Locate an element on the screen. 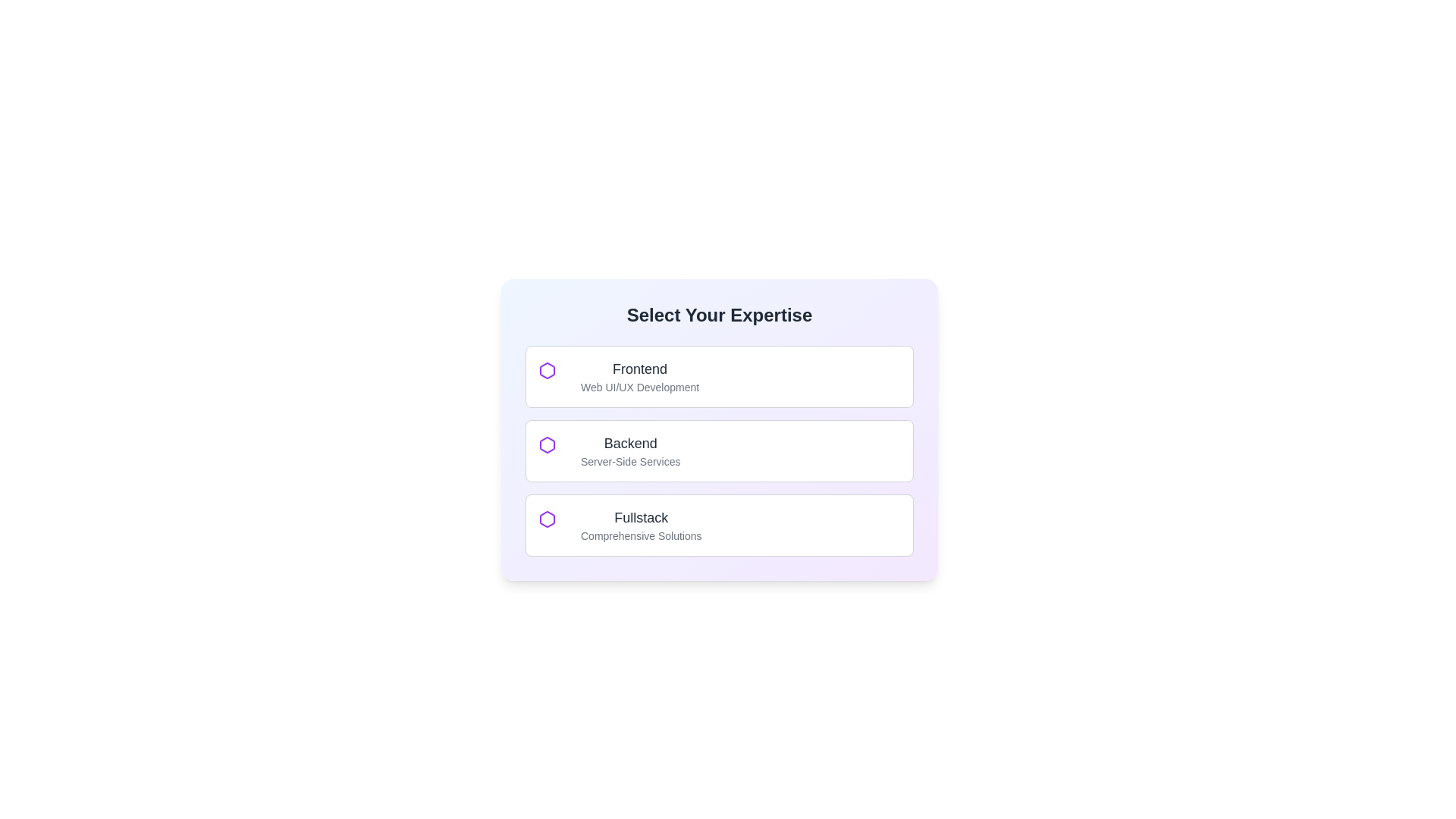 The height and width of the screenshot is (819, 1456). the text label 'Comprehensive Solutions' which is rendered in a small, gray font, located under the 'Fullstack' option in the selection menu is located at coordinates (641, 535).